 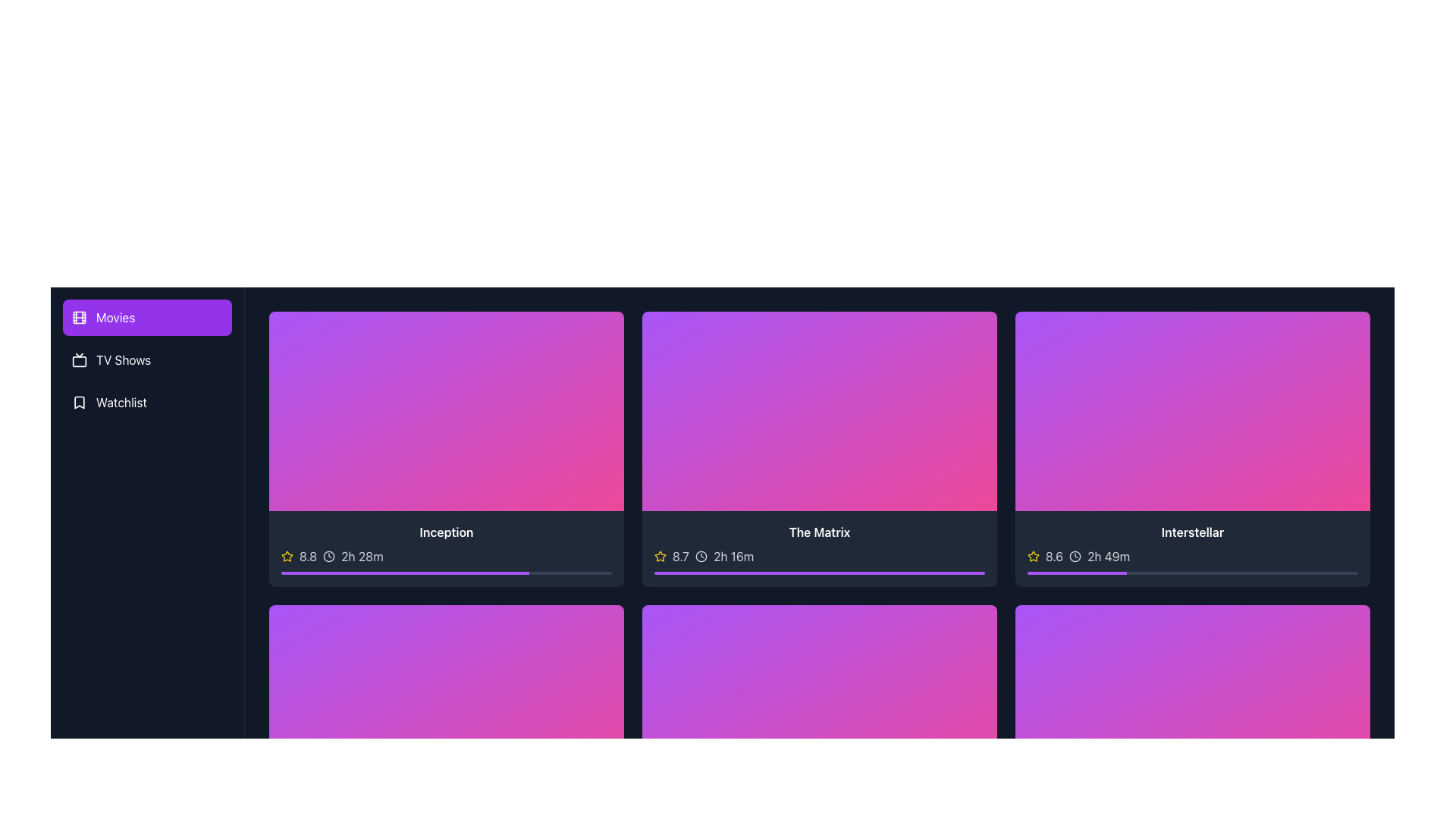 What do you see at coordinates (287, 556) in the screenshot?
I see `the star rating icon for the movie 'Inception', which is positioned at the top-left side of its card, just above the text '8.8'` at bounding box center [287, 556].